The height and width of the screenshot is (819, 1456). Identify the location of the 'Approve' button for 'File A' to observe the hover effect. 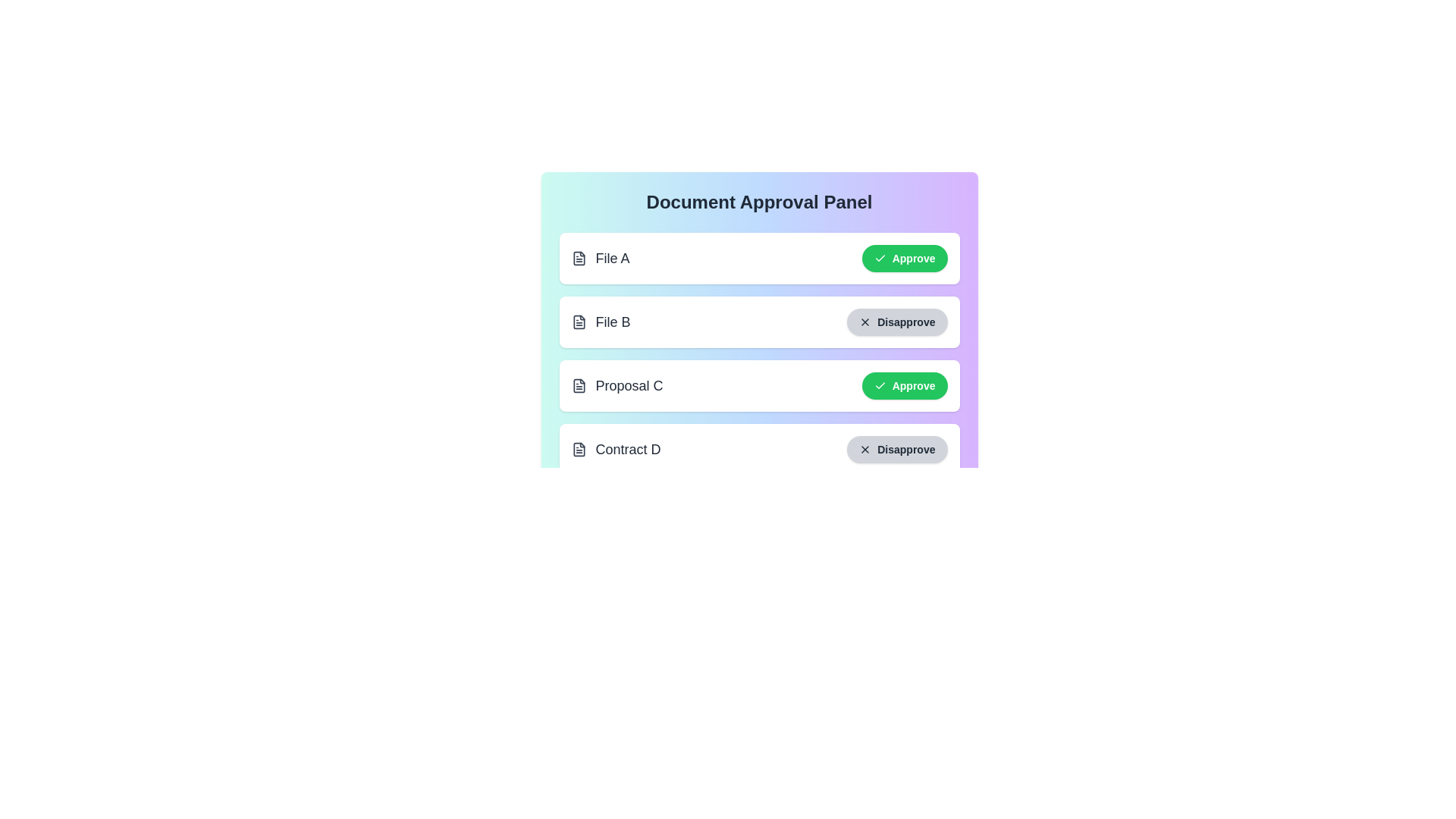
(905, 257).